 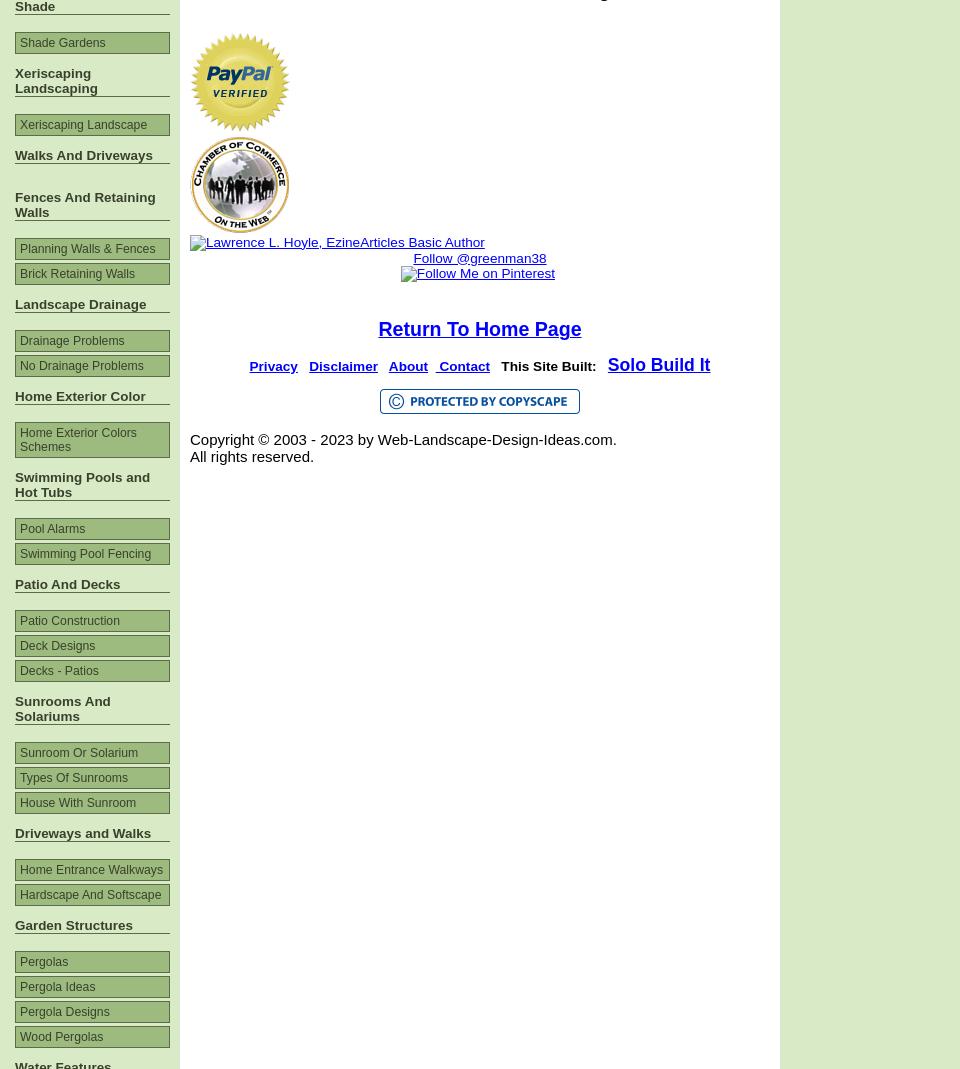 What do you see at coordinates (18, 272) in the screenshot?
I see `'Brick Retaining Walls'` at bounding box center [18, 272].